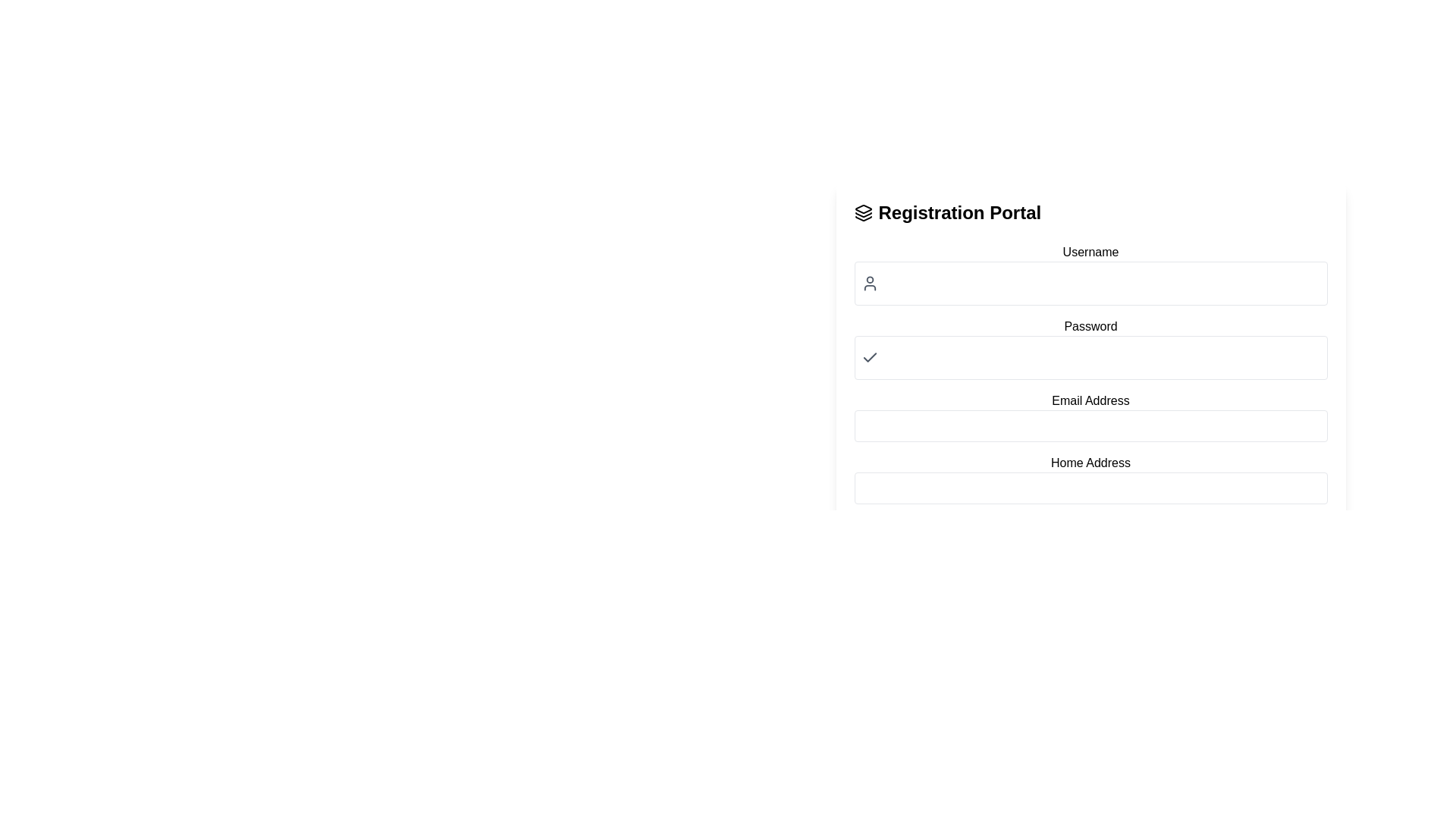  What do you see at coordinates (863, 209) in the screenshot?
I see `the triangular black icon representing layers, located in the top-left corner of the Registration Portal section` at bounding box center [863, 209].